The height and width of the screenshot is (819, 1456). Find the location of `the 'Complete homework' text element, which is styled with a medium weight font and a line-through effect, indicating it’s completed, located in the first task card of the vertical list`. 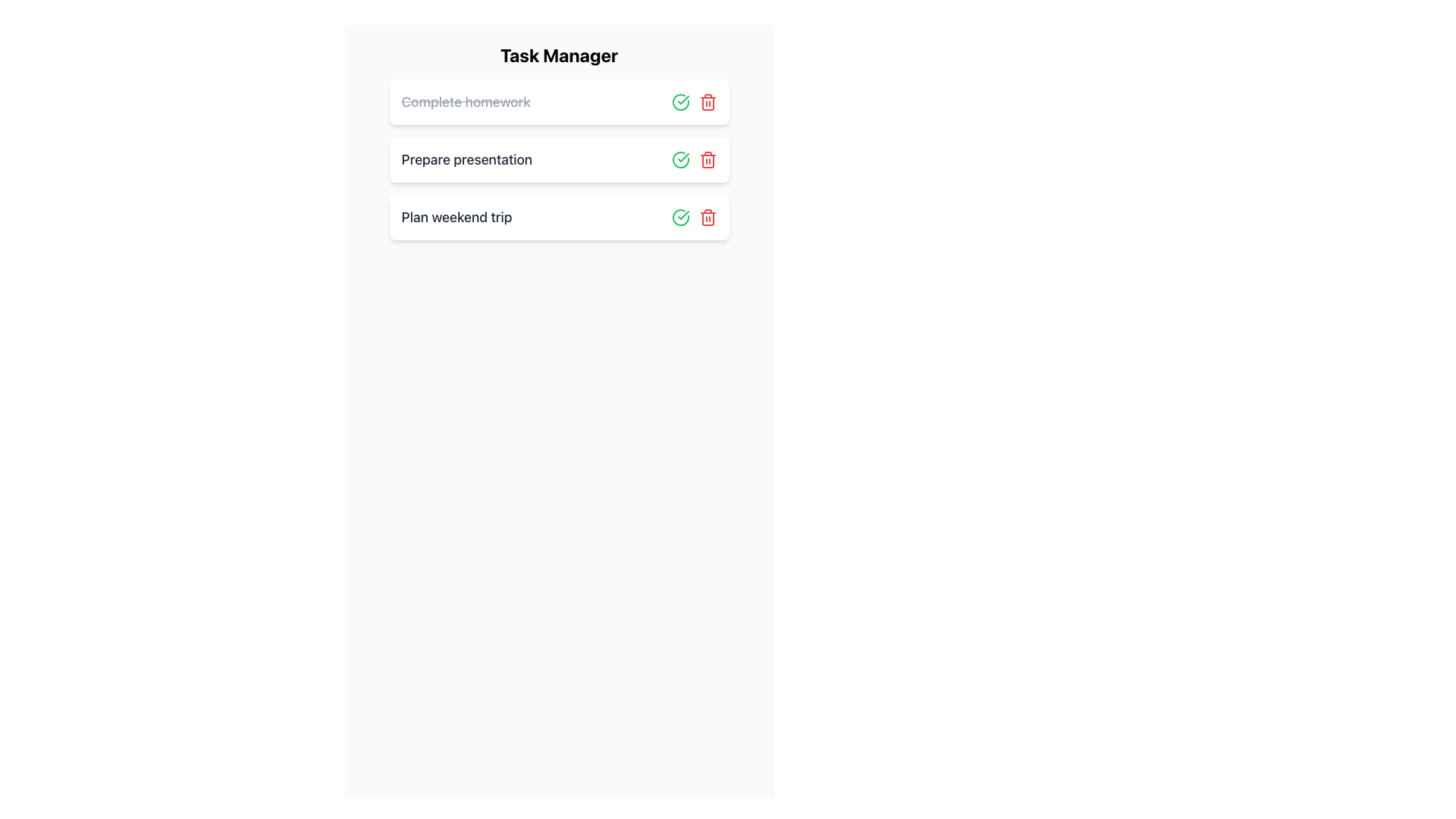

the 'Complete homework' text element, which is styled with a medium weight font and a line-through effect, indicating it’s completed, located in the first task card of the vertical list is located at coordinates (465, 102).